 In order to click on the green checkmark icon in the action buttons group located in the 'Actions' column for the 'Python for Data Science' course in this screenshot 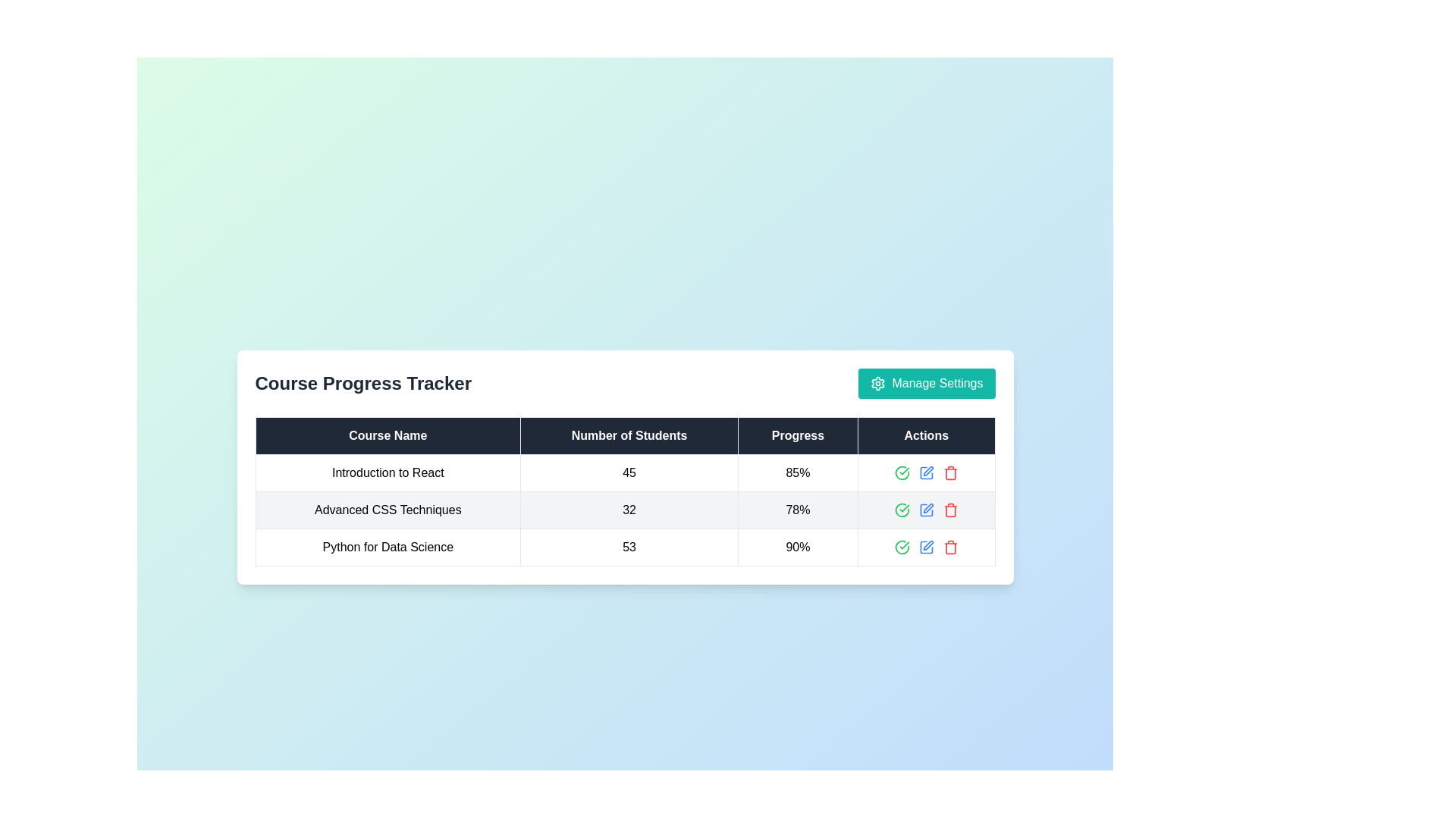, I will do `click(925, 547)`.